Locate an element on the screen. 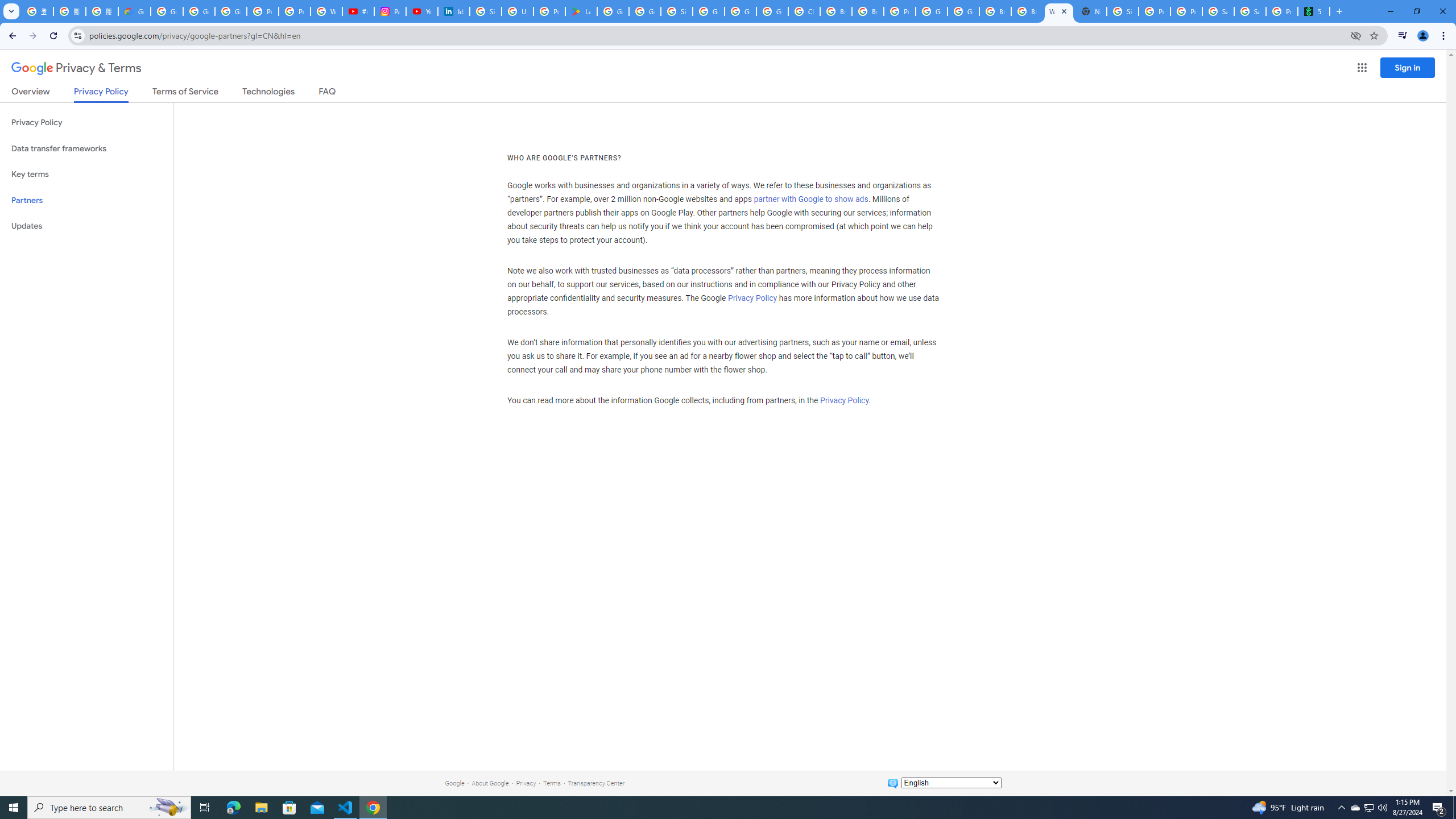  'Third-party cookies blocked' is located at coordinates (1356, 35).